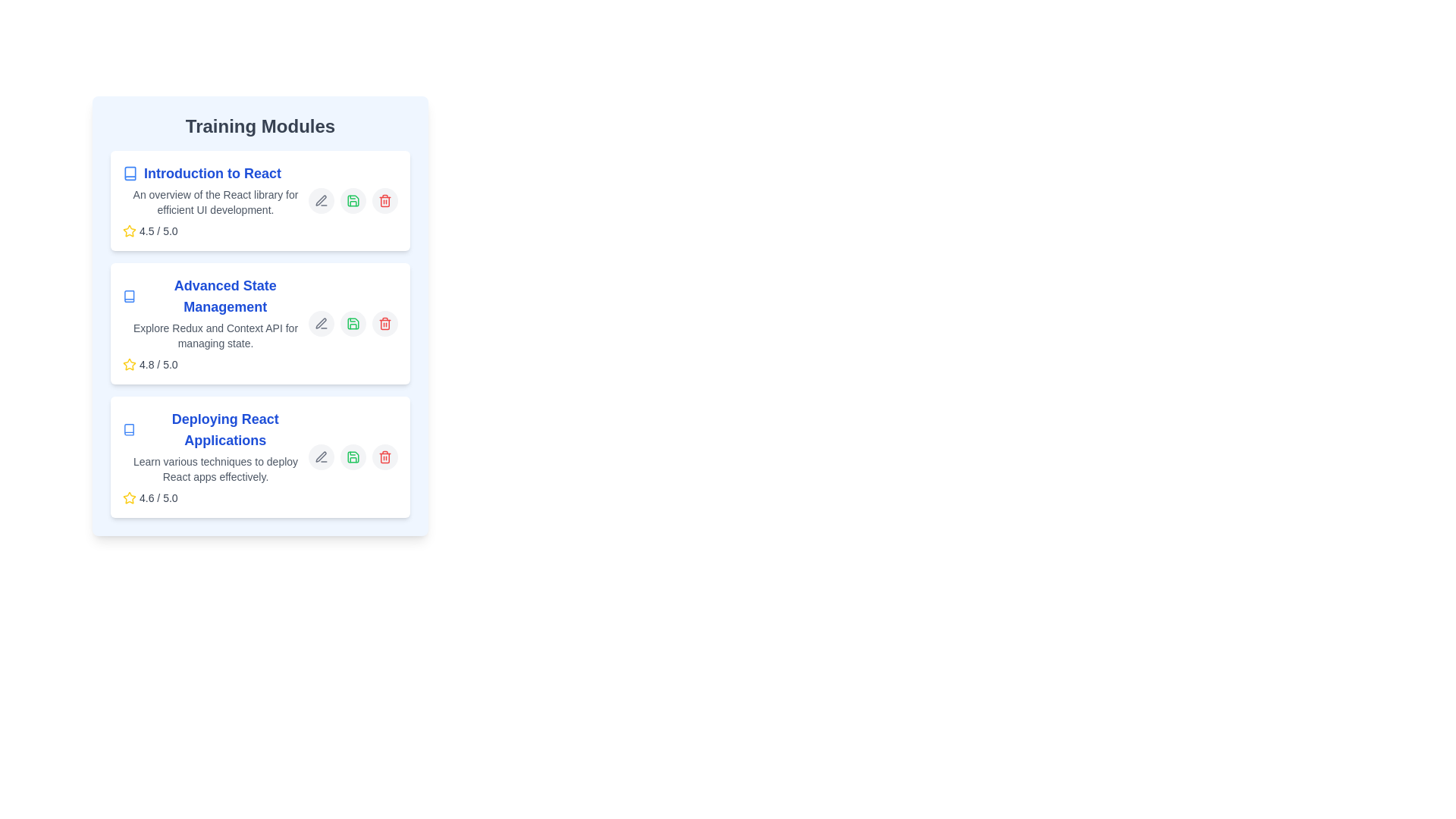  What do you see at coordinates (215, 430) in the screenshot?
I see `the title of the third card in the 'Training Modules' section, which indicates the subject of deploying React applications` at bounding box center [215, 430].